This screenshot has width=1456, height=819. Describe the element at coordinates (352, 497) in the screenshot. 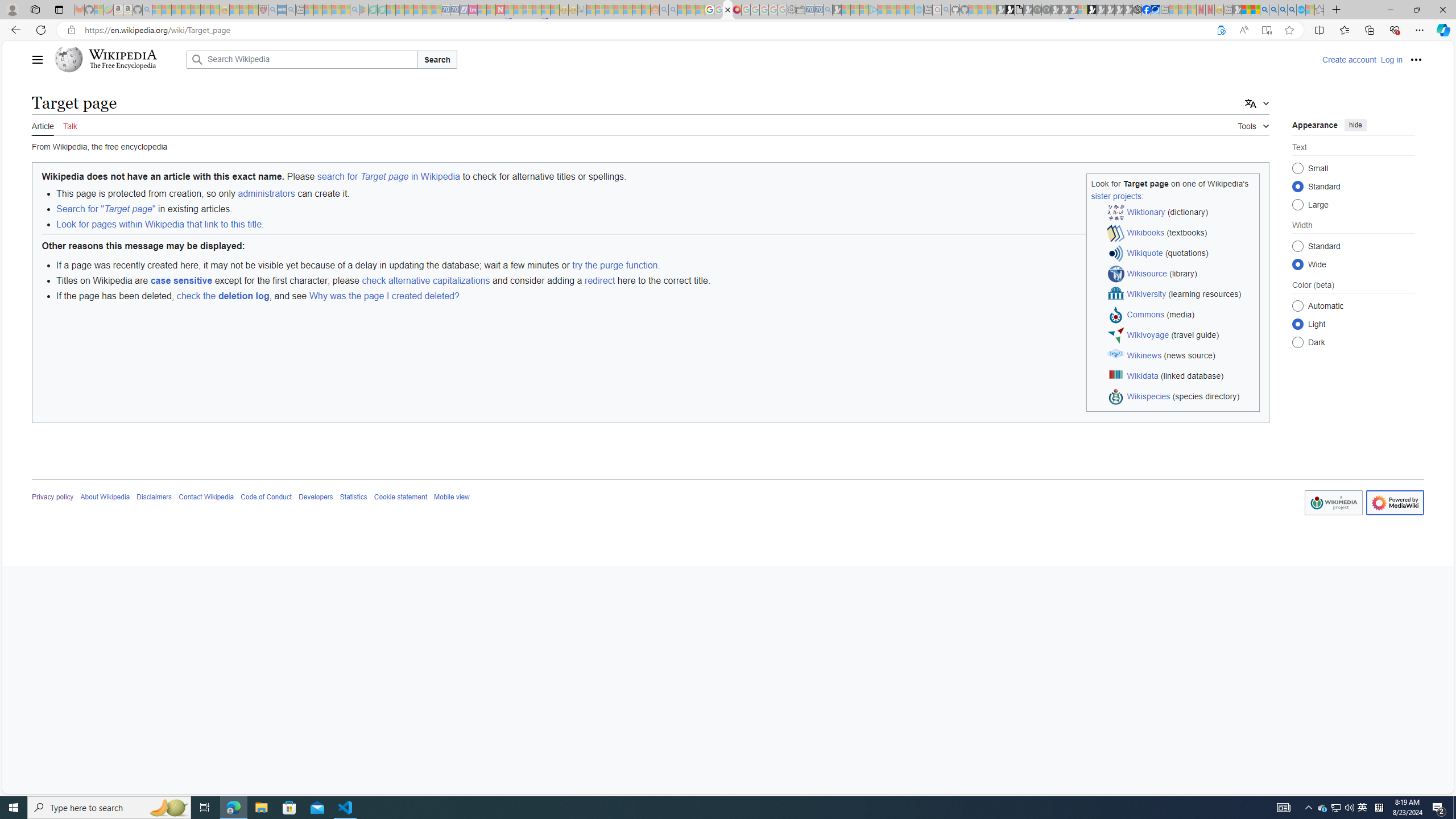

I see `'Statistics'` at that location.